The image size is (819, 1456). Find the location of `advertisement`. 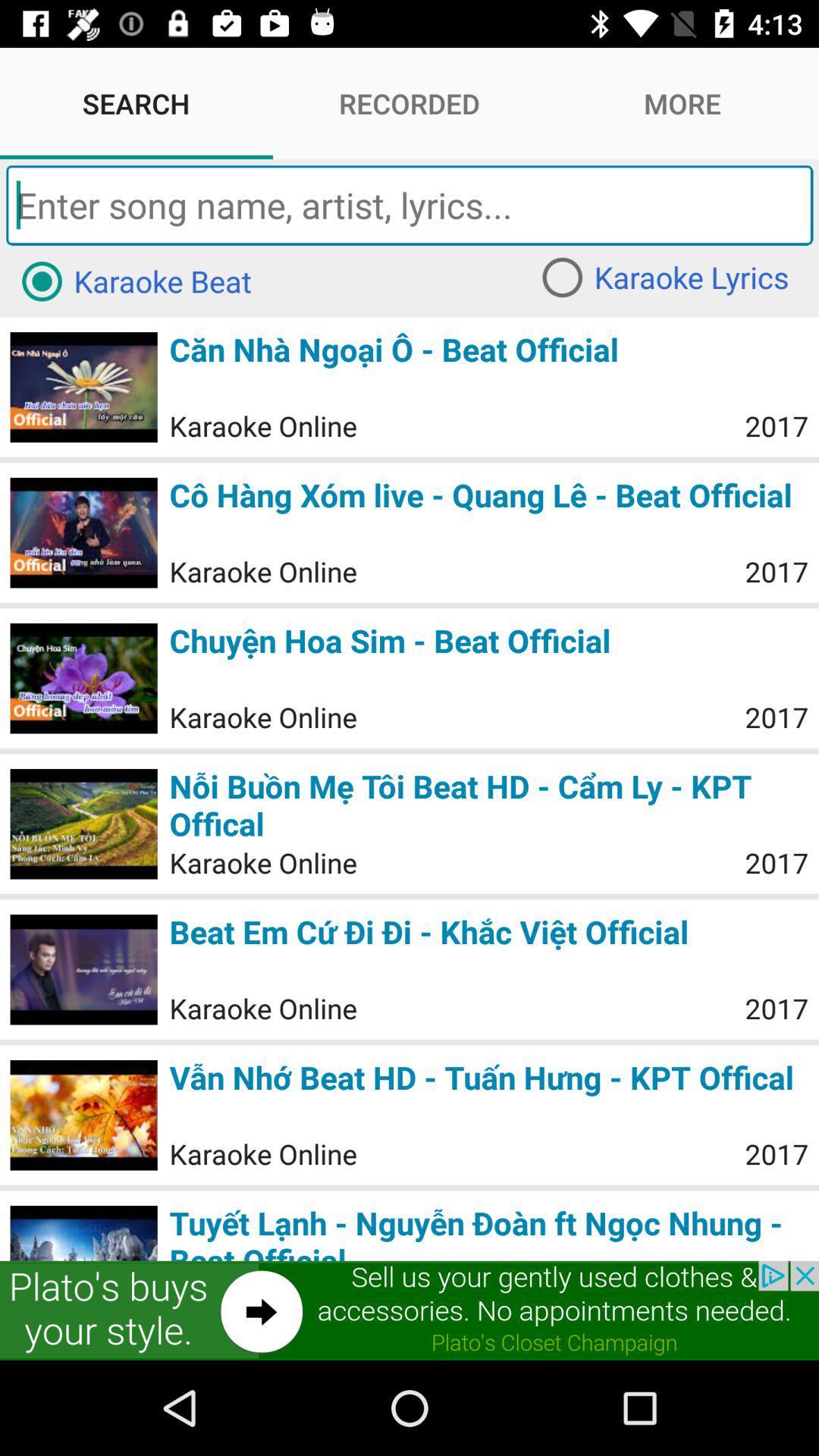

advertisement is located at coordinates (409, 1310).